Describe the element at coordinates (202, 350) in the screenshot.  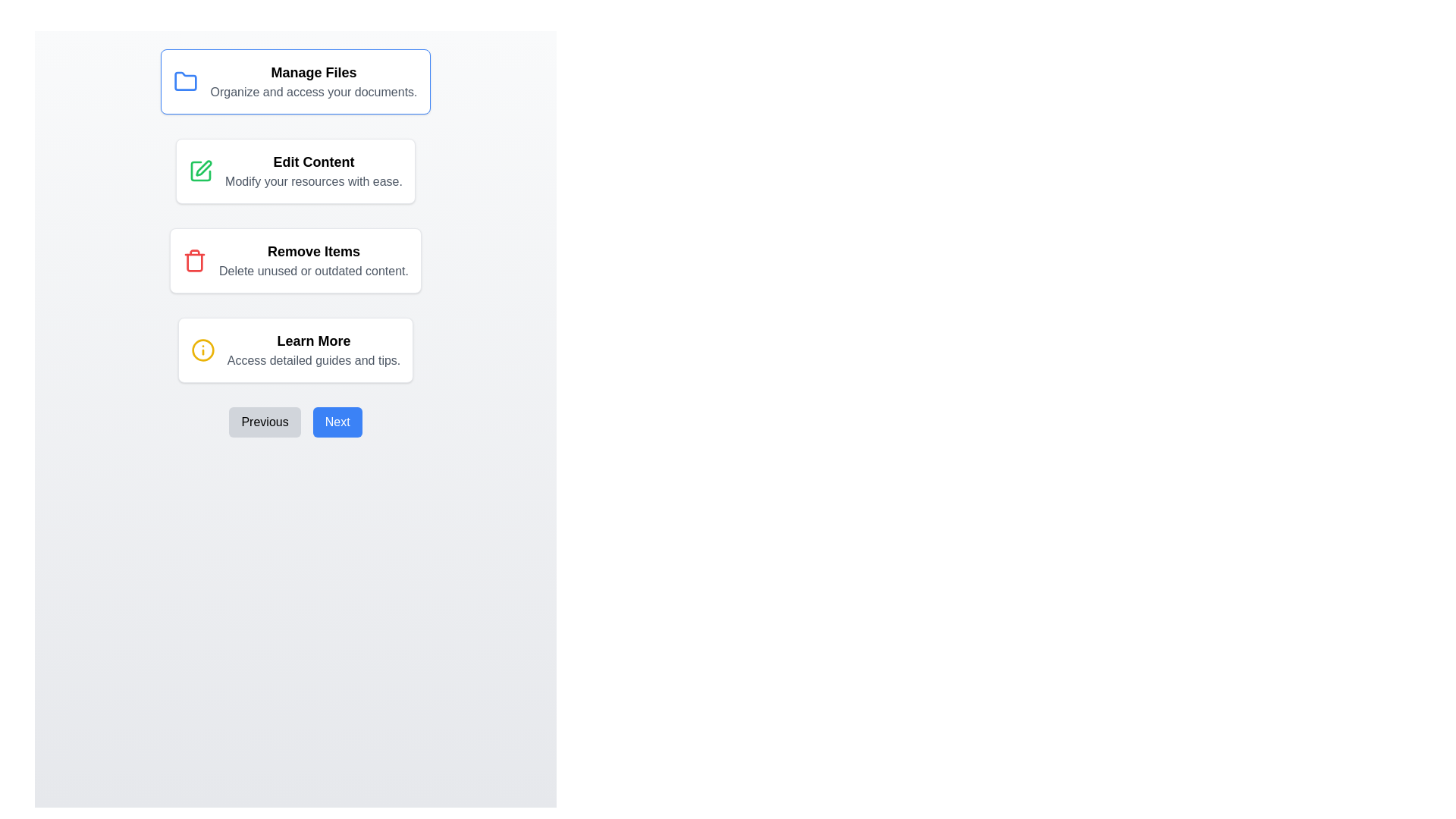
I see `the circular SVG graphic representing the 'Learn More' section icon located at the bottom right of the interface` at that location.